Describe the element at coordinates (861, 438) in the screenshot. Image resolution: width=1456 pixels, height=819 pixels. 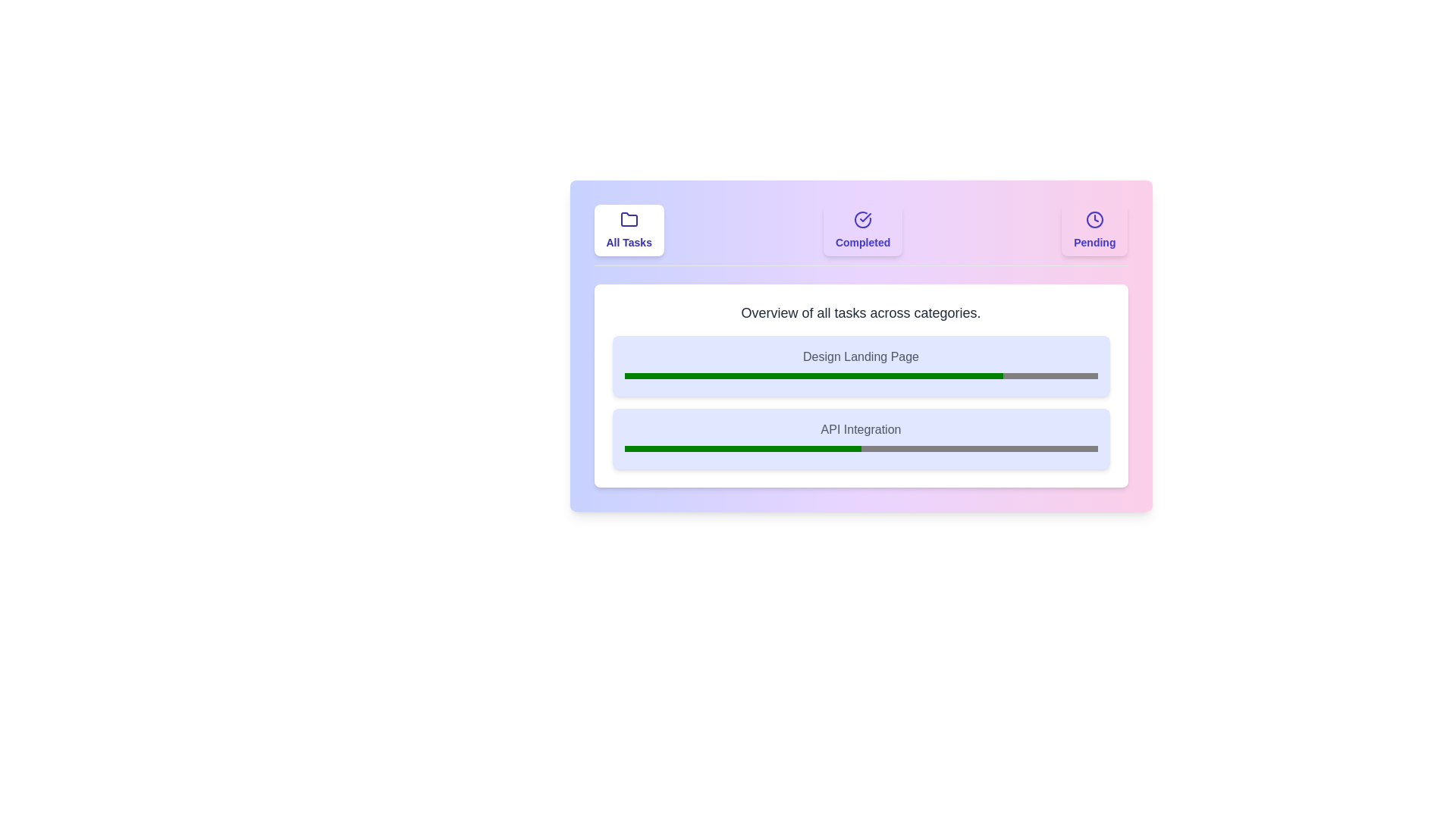
I see `the progress bar labeled 'API Integration' which is the second item in a vertically stacked list, located beneath the 'Design Landing Page' section` at that location.